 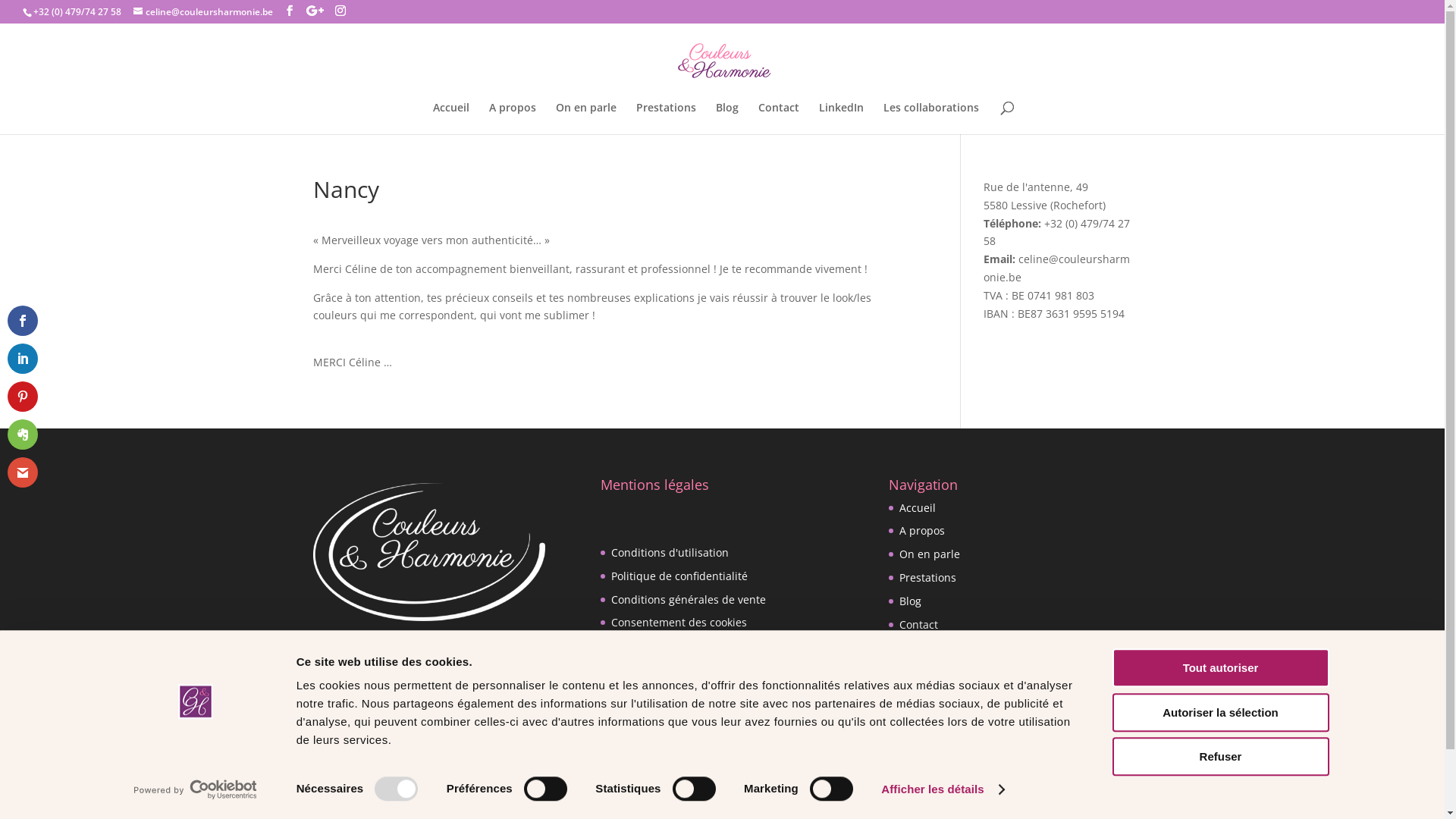 I want to click on 'Les collaborations', so click(x=930, y=117).